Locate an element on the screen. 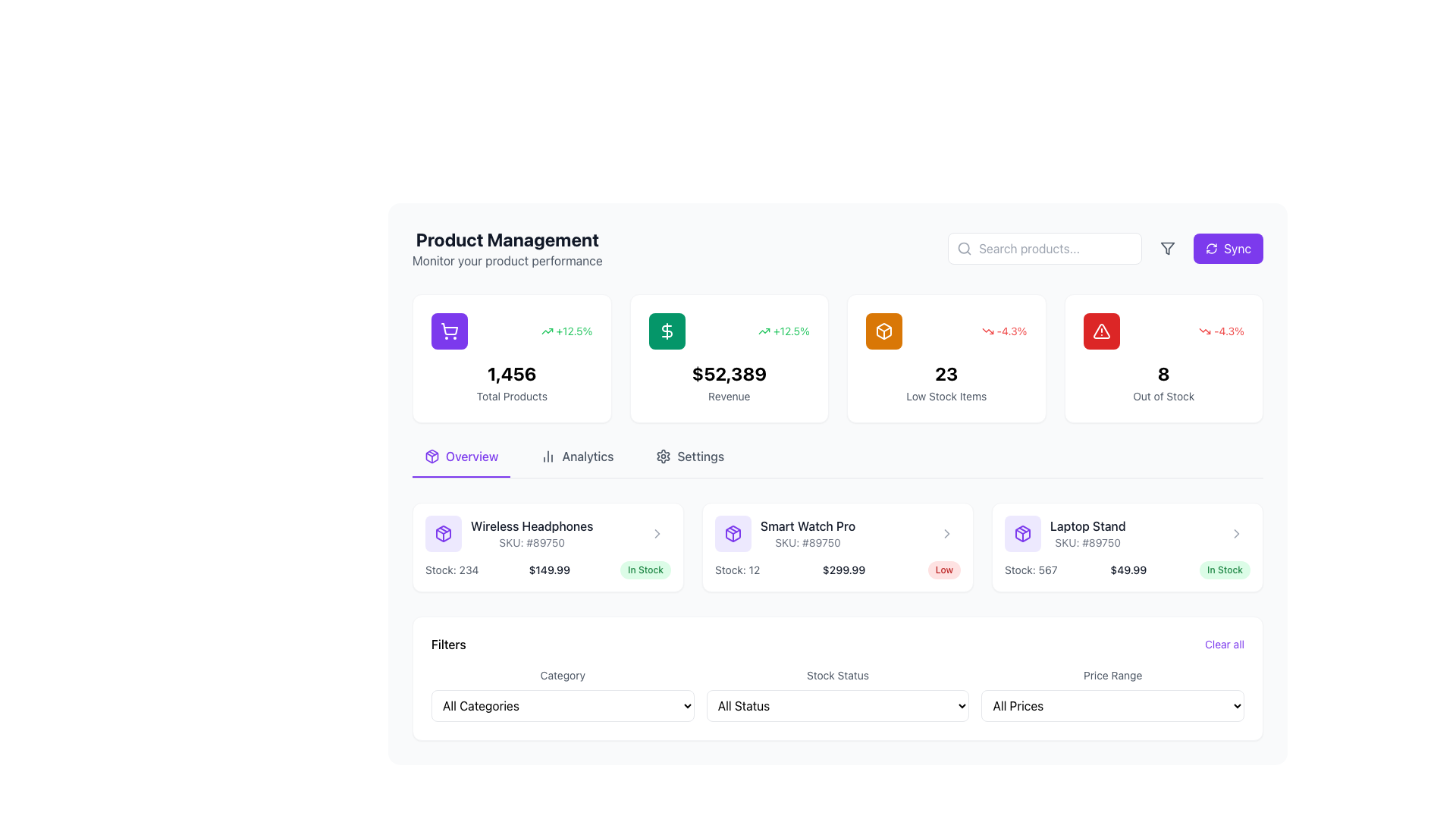 The width and height of the screenshot is (1456, 819). the chevron icon located in the bottom-right corner of the 'Laptop Stand' product card to trigger hover effects is located at coordinates (1237, 533).